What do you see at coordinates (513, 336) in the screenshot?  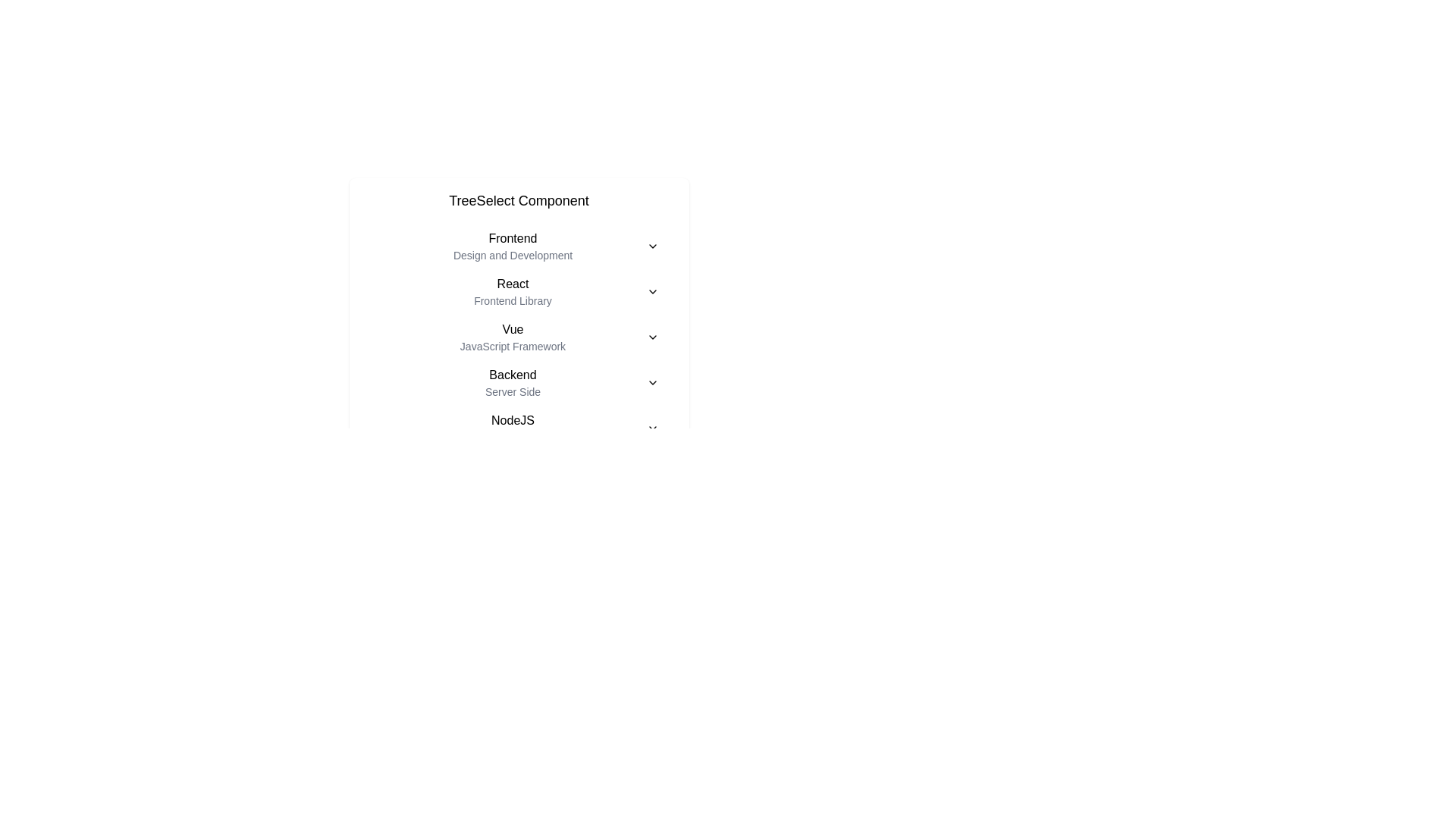 I see `the details of the 'Vue' category label within the 'TreeSelect Component' interface, located under the 'Frontend' section` at bounding box center [513, 336].